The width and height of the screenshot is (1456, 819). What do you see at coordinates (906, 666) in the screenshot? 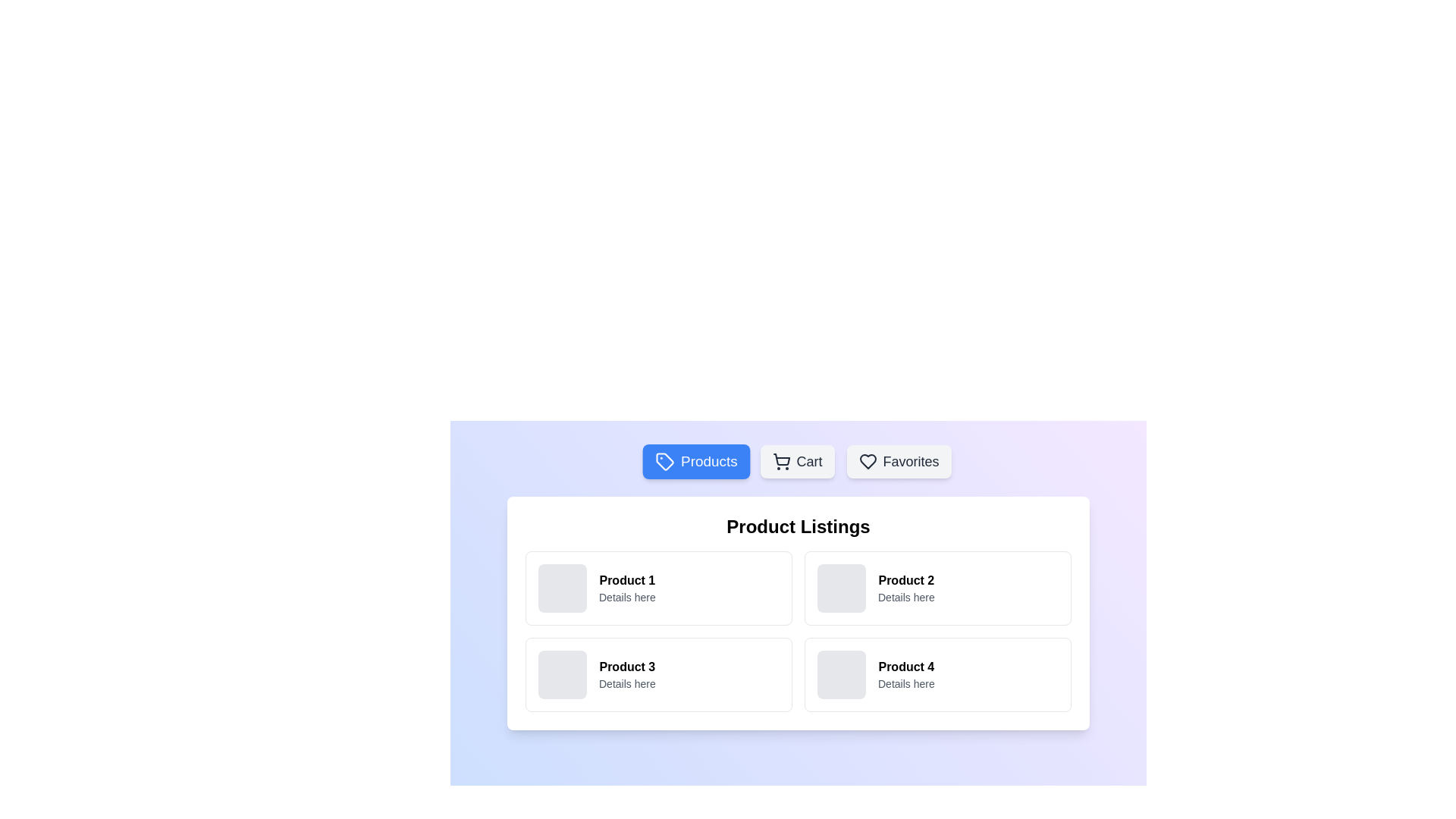
I see `the text label displaying the product name located in the lower-right corner of the grid layout under 'Product Listings', positioned to the right of 'Product 3'` at bounding box center [906, 666].